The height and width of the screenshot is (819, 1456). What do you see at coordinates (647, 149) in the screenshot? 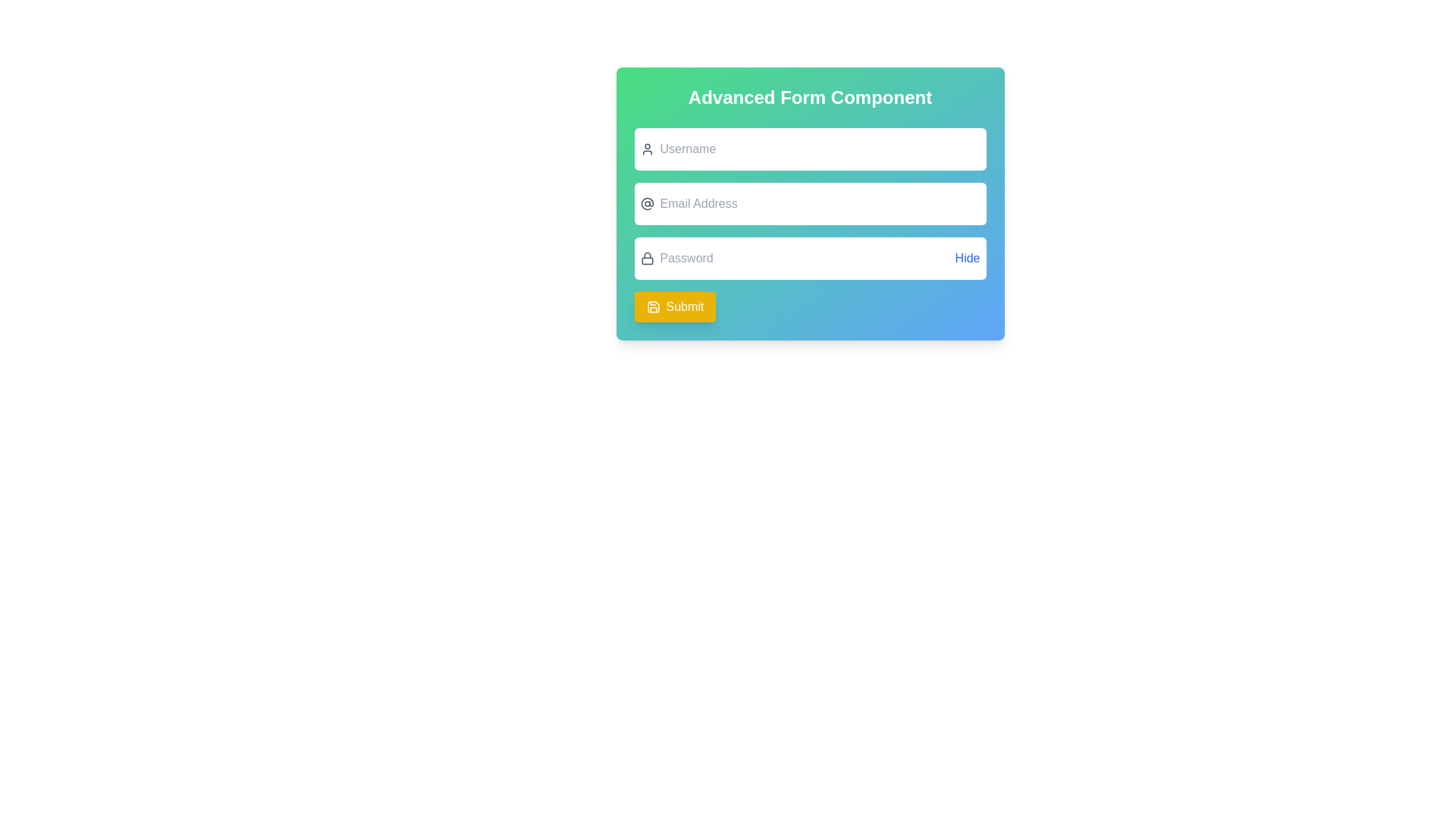
I see `the user icon styled in gray, which is located on the leftmost side of the username field, above the input area for the username` at bounding box center [647, 149].